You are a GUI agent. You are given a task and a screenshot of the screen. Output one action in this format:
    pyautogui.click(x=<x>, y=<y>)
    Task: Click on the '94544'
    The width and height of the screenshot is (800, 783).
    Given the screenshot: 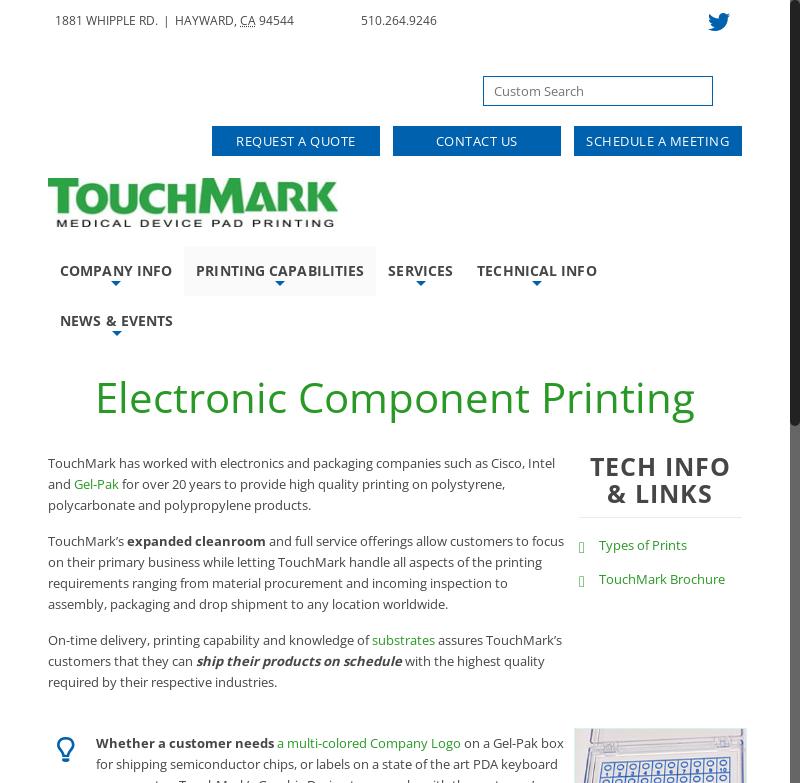 What is the action you would take?
    pyautogui.click(x=275, y=20)
    